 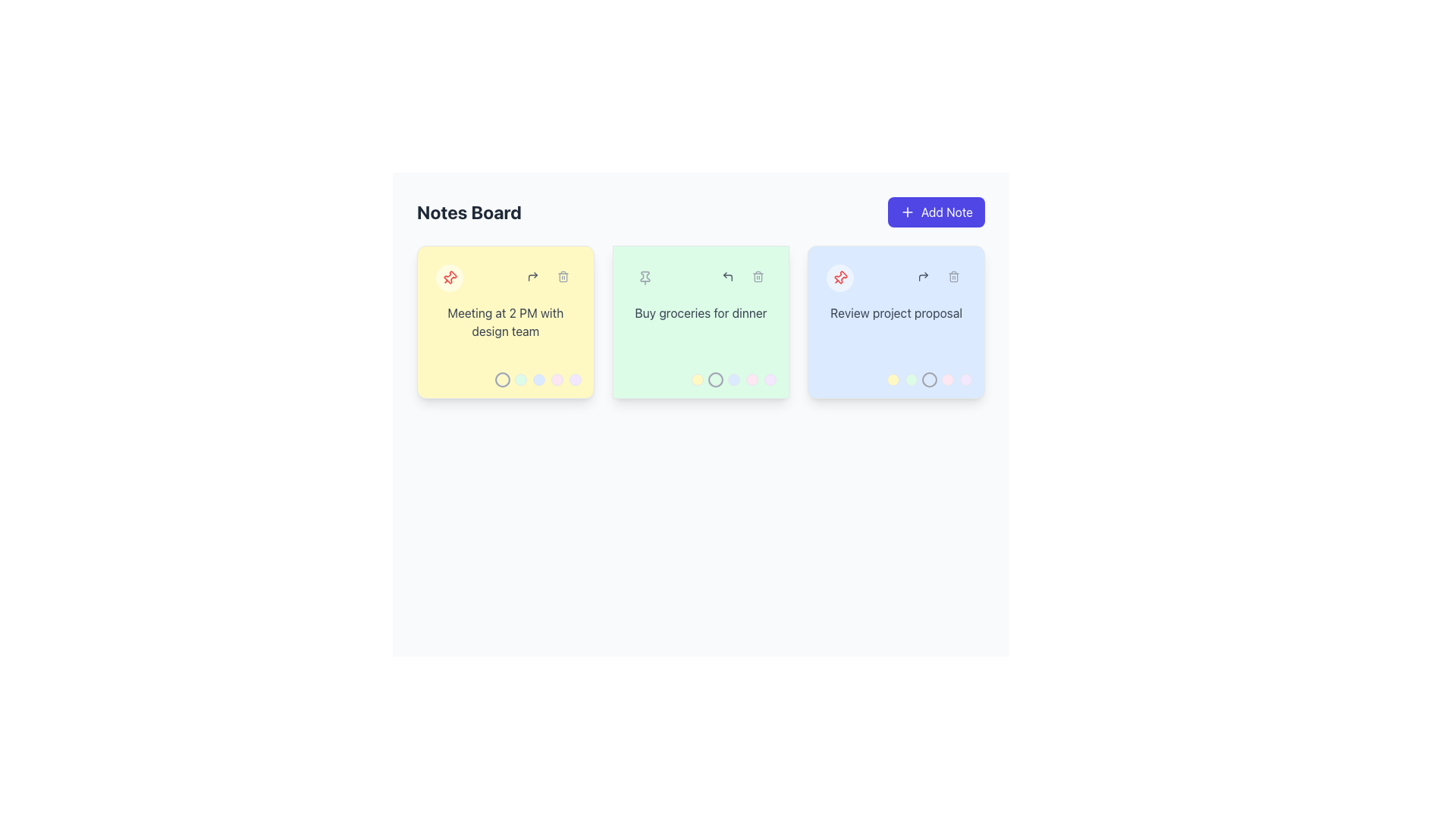 What do you see at coordinates (923, 277) in the screenshot?
I see `the circular share button with a curved arrow located in the top-right corner of the third note card, which is the second icon in the group of interactive icons` at bounding box center [923, 277].